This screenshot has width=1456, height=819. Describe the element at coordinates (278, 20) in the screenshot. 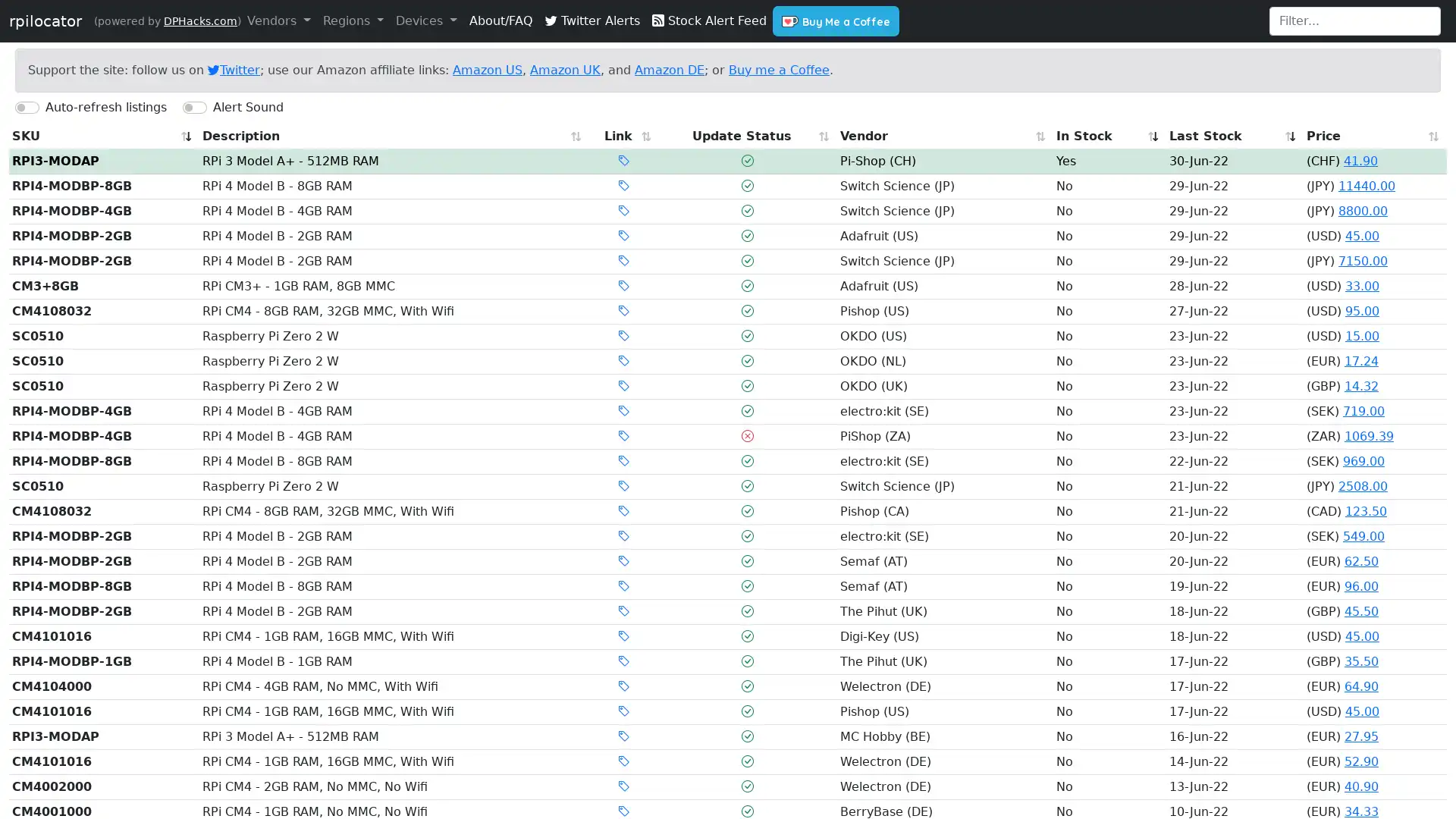

I see `Vendors` at that location.